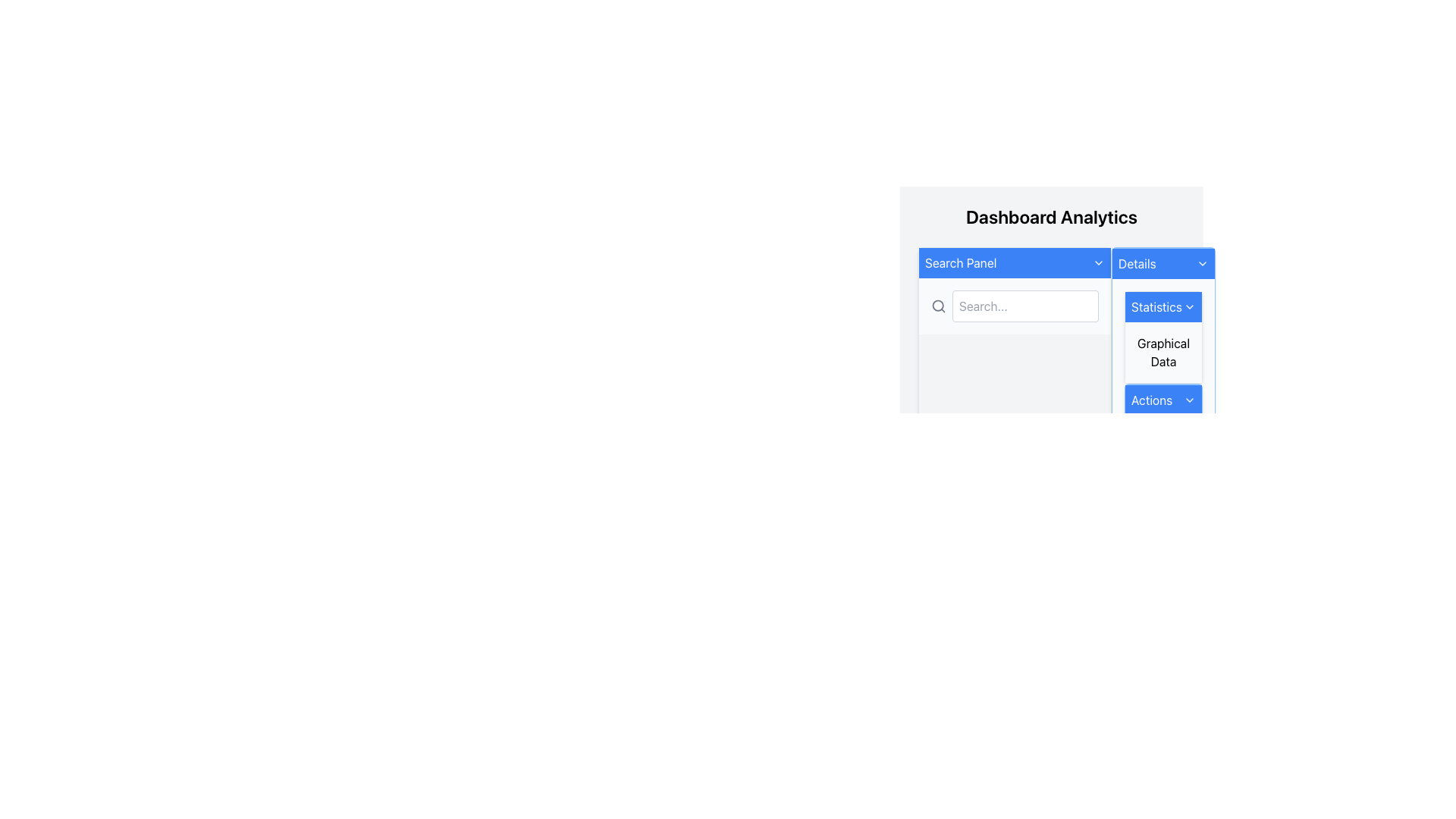 This screenshot has width=1456, height=819. What do you see at coordinates (1189, 400) in the screenshot?
I see `the expandable/collapsible icon located to the right of the 'Actions' label in the blue rectangular button at the bottom of the 'Details' dropdown menu` at bounding box center [1189, 400].